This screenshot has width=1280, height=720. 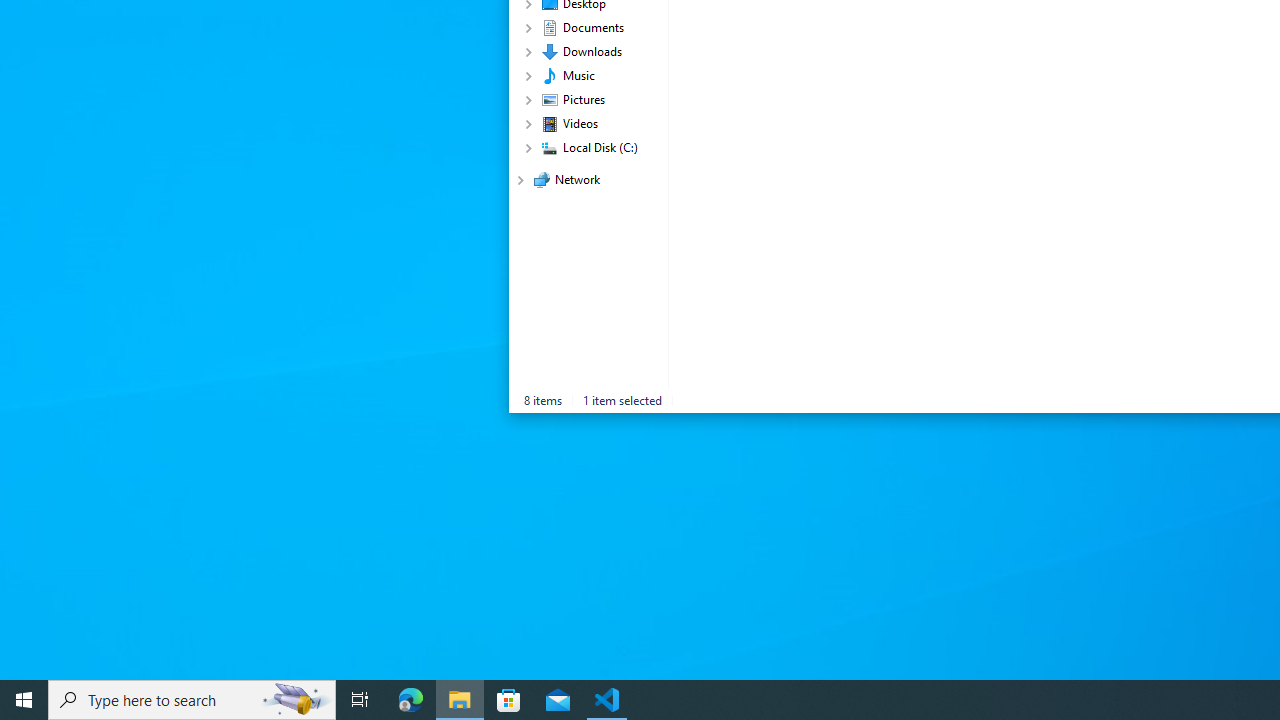 What do you see at coordinates (410, 698) in the screenshot?
I see `'Microsoft Edge'` at bounding box center [410, 698].